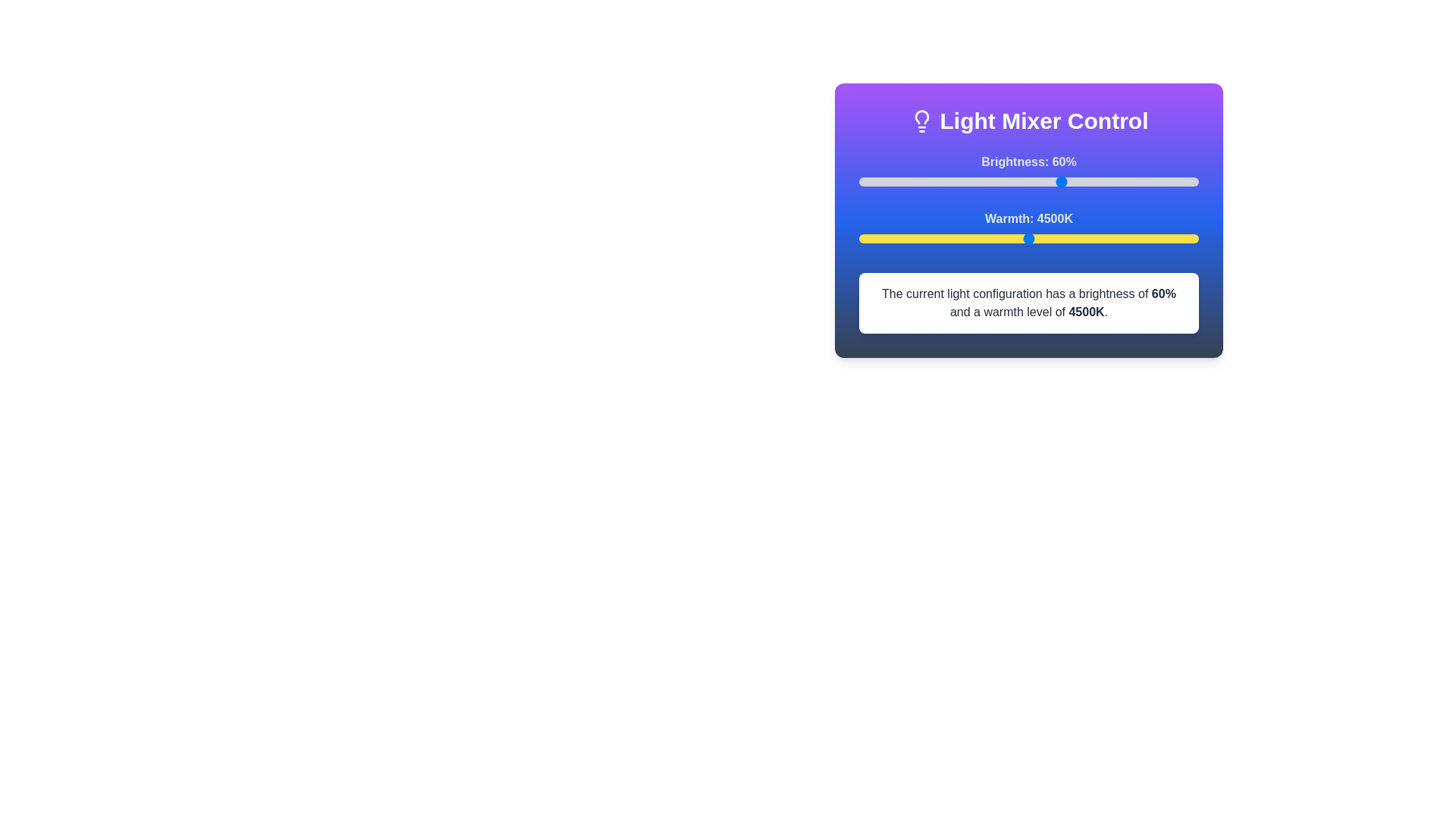 The image size is (1456, 819). Describe the element at coordinates (1093, 239) in the screenshot. I see `the warmth slider to set the warmth level to 5443 K` at that location.